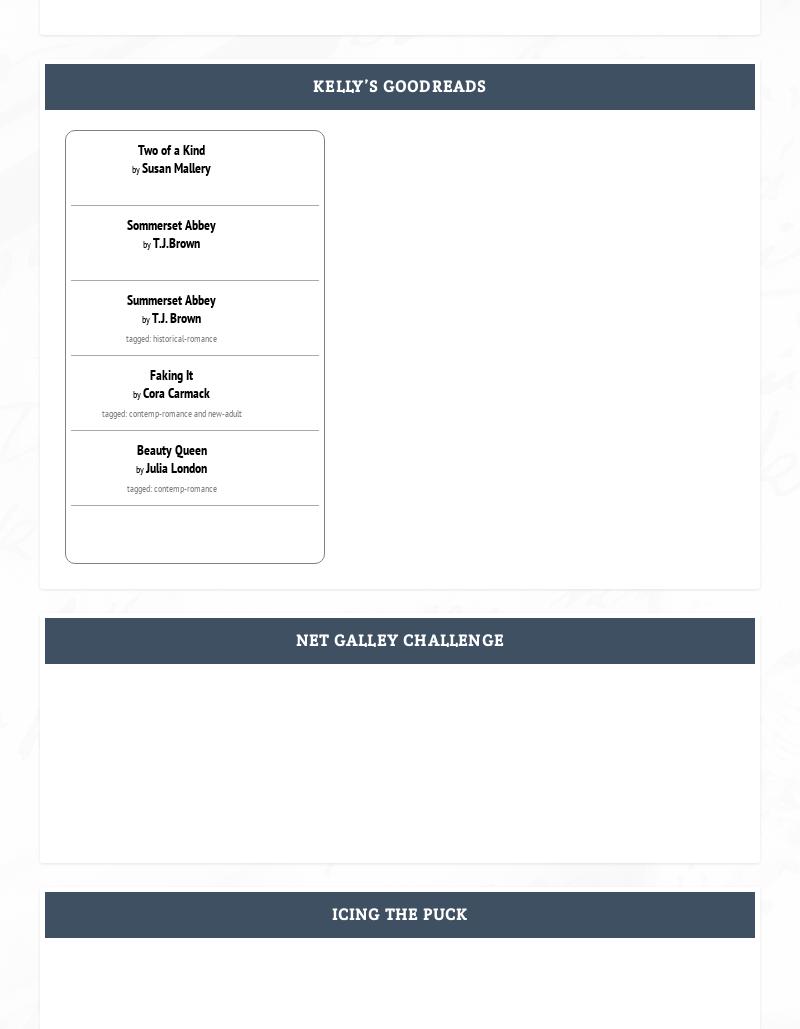  What do you see at coordinates (170, 373) in the screenshot?
I see `'Faking It'` at bounding box center [170, 373].